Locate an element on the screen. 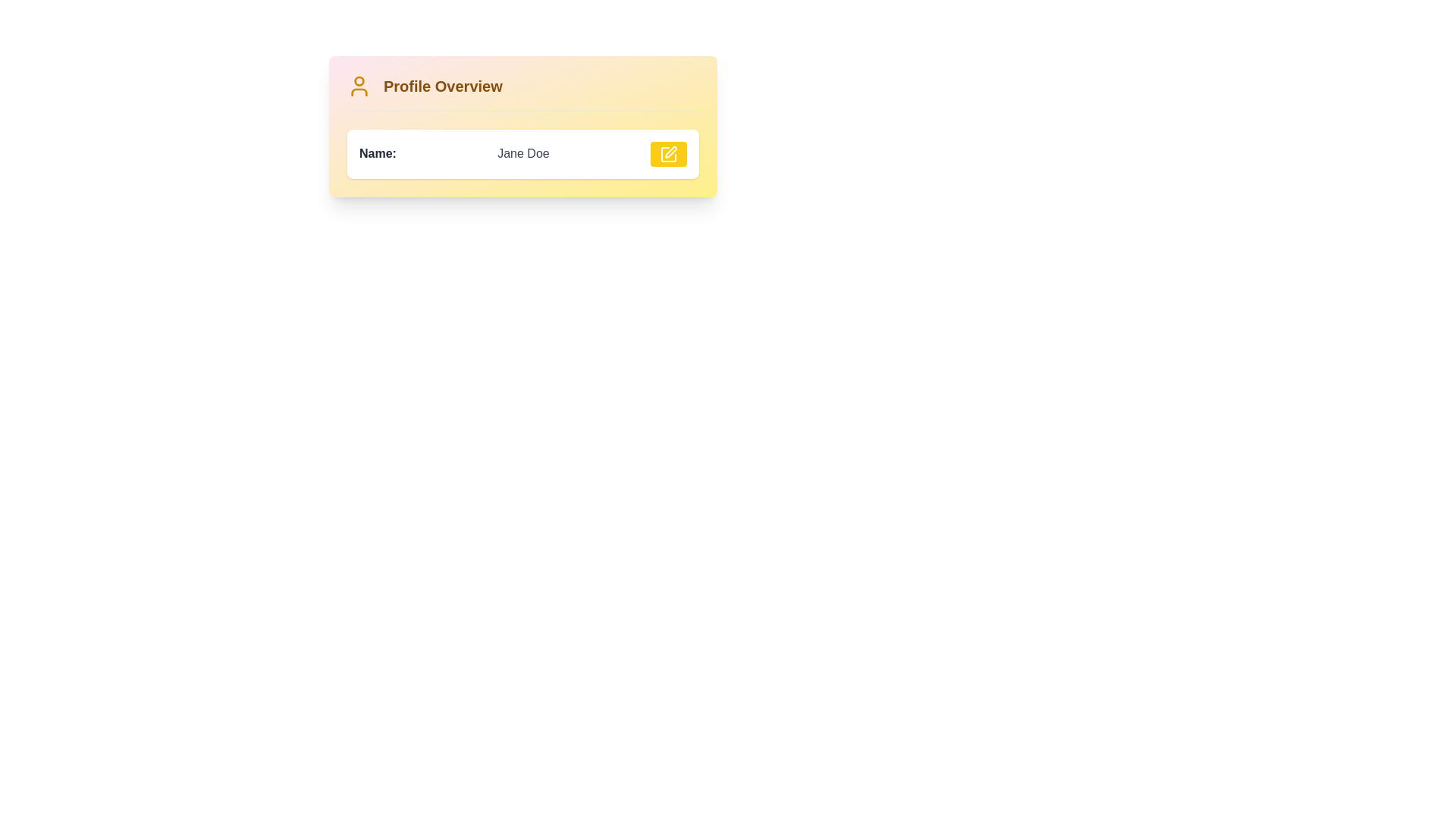 This screenshot has height=819, width=1456. the 'Name:' text label, which is displayed in bold grayish-black font within a light-colored card-like section, positioned to the left of the 'Jane Doe' text is located at coordinates (378, 154).